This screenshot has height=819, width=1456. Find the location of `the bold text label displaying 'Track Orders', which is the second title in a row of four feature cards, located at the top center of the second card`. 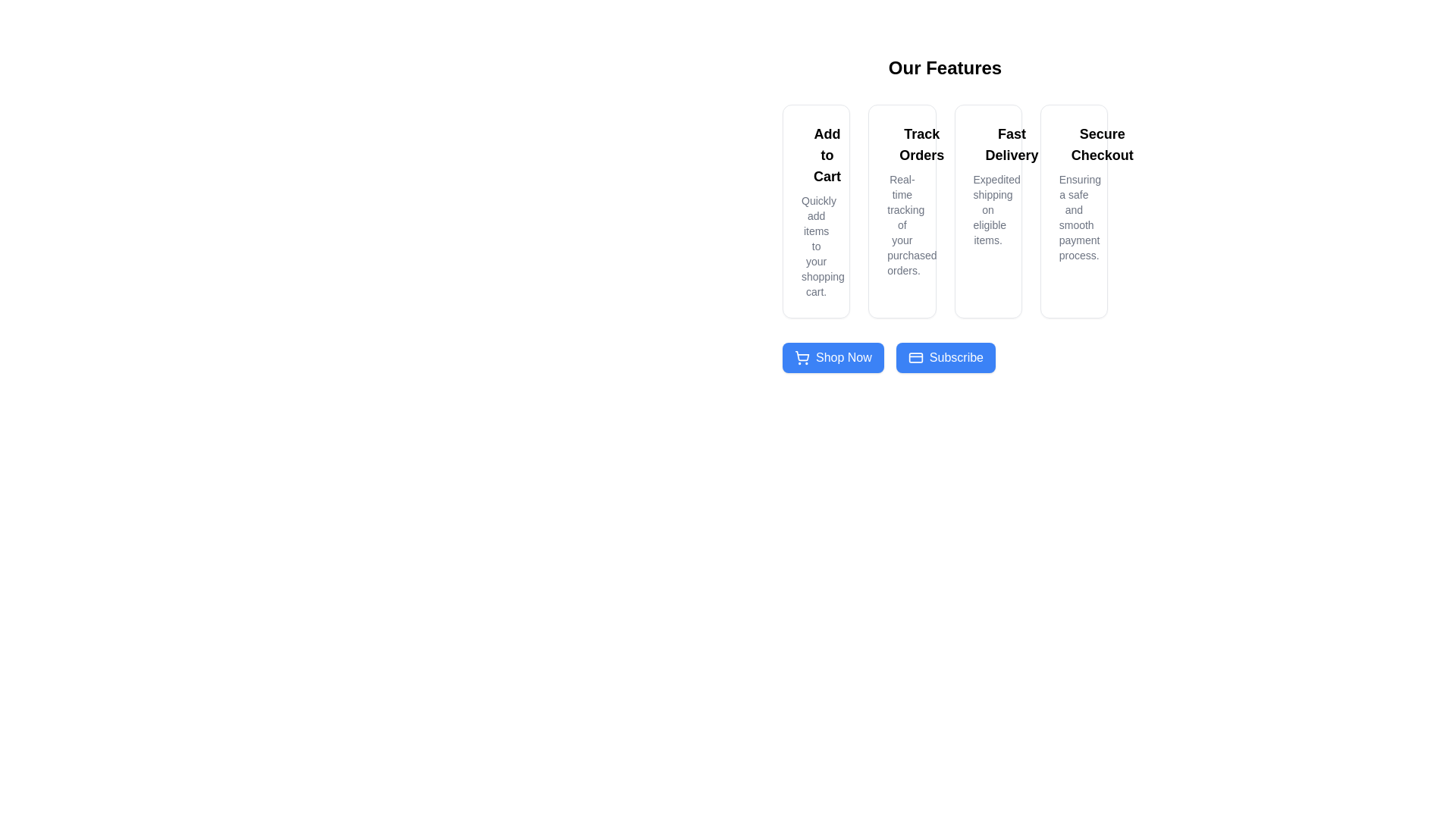

the bold text label displaying 'Track Orders', which is the second title in a row of four feature cards, located at the top center of the second card is located at coordinates (921, 145).